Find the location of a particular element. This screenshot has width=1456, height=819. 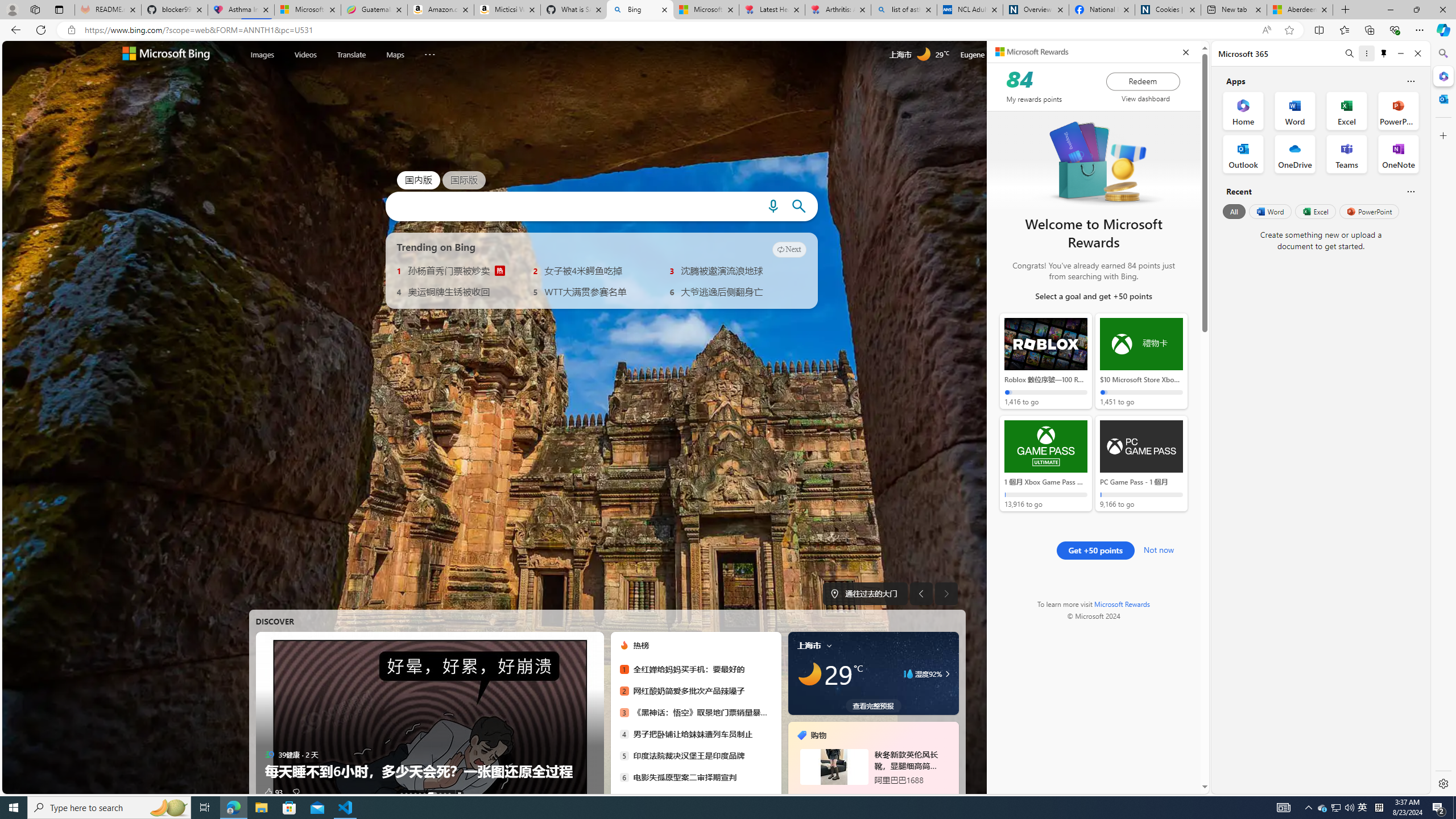

'tab-3' is located at coordinates (876, 795).